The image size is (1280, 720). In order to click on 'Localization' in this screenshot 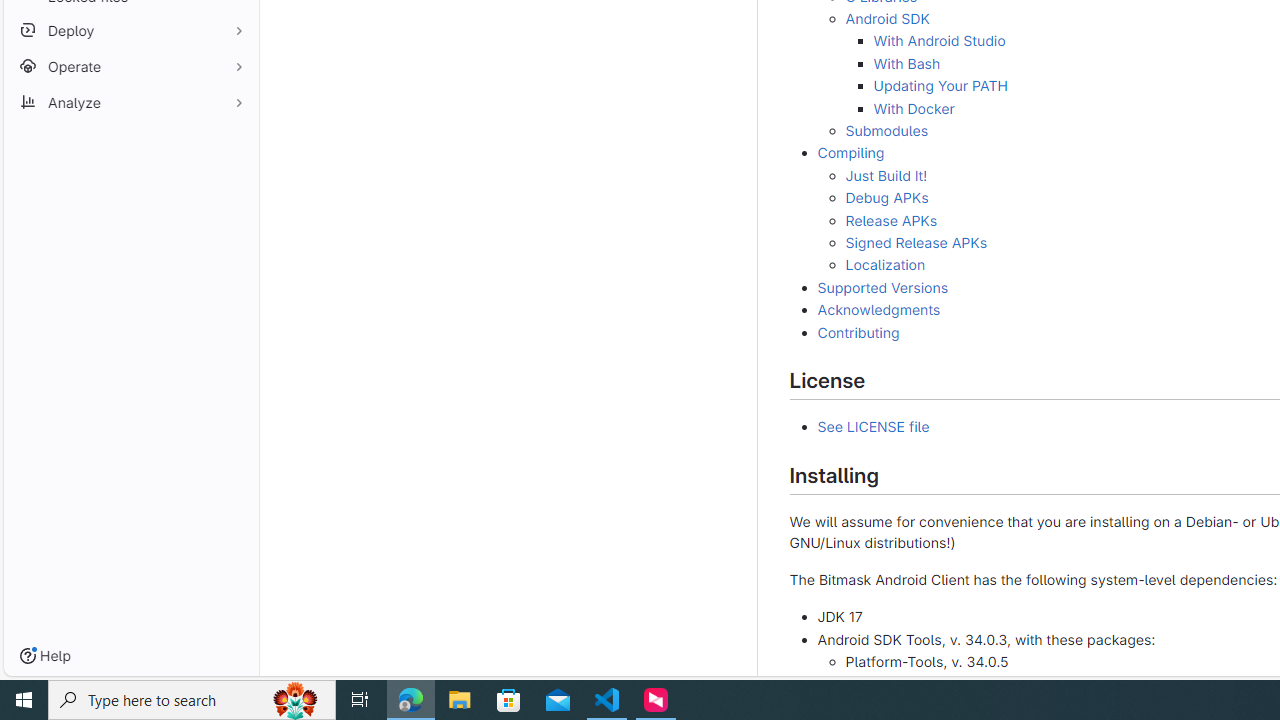, I will do `click(884, 264)`.